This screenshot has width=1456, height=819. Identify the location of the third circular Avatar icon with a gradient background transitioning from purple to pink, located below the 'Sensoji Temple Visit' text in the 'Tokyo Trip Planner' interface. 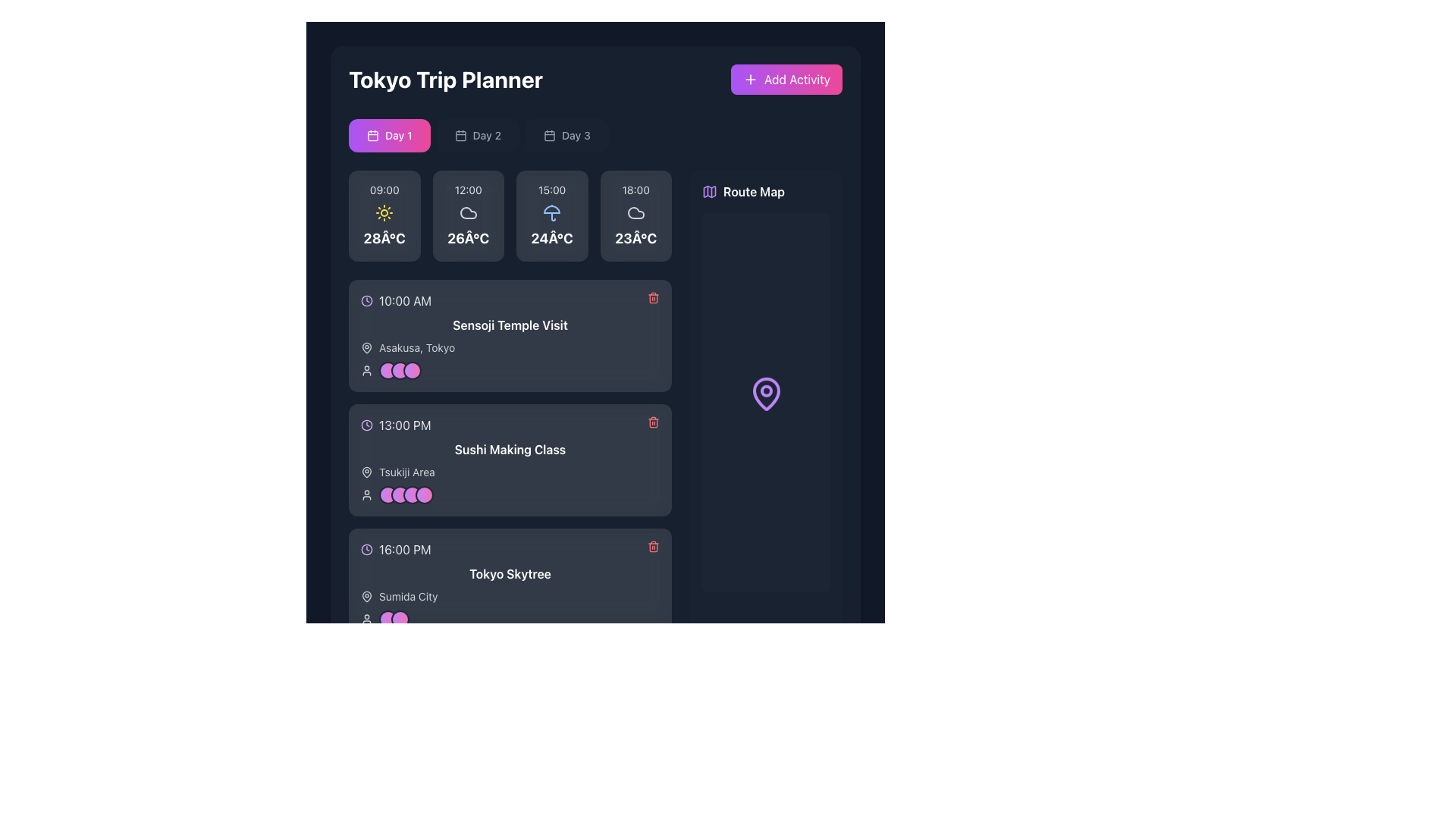
(412, 371).